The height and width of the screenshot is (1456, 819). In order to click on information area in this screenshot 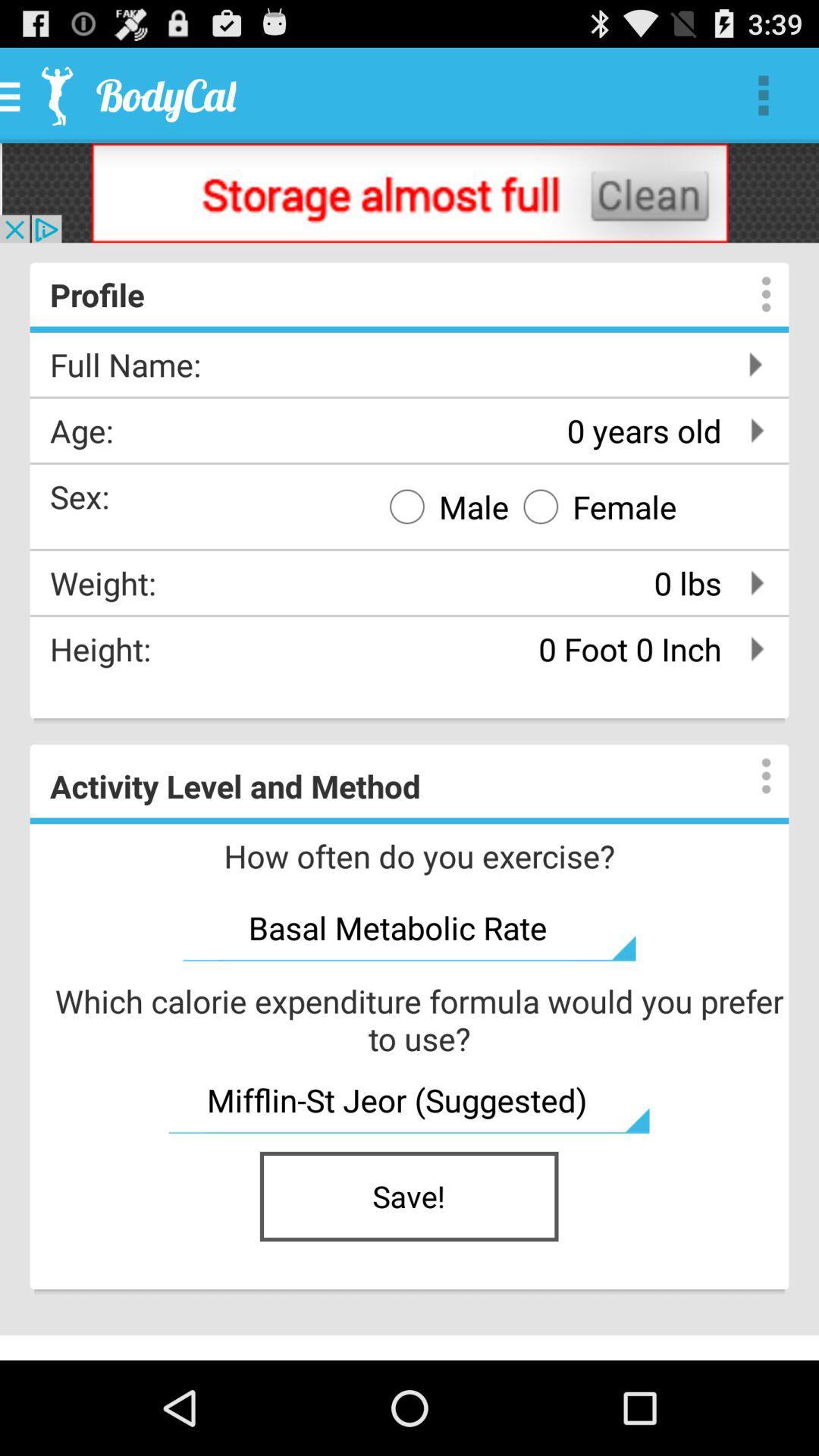, I will do `click(751, 294)`.